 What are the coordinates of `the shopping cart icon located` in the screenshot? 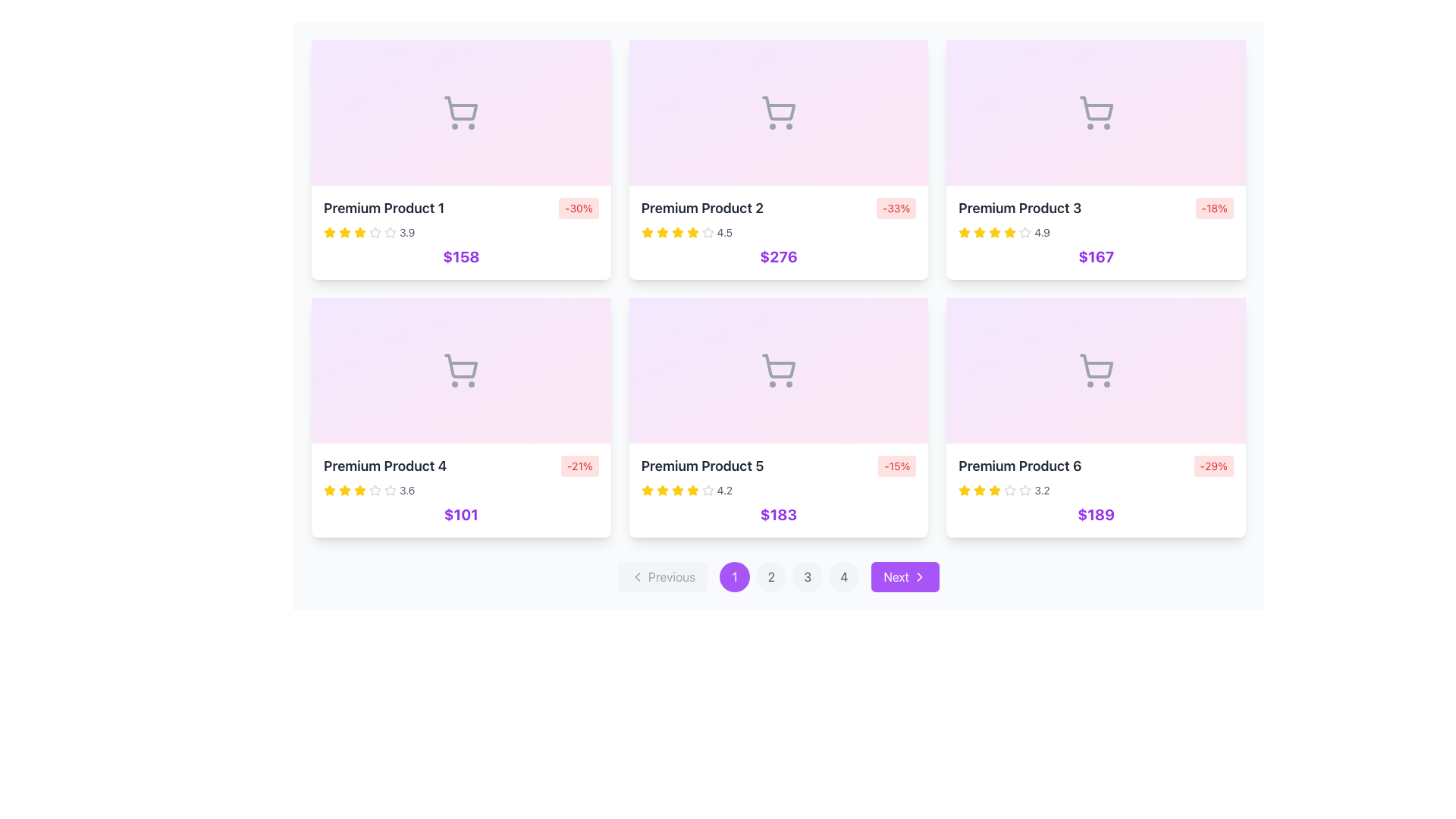 It's located at (1096, 371).